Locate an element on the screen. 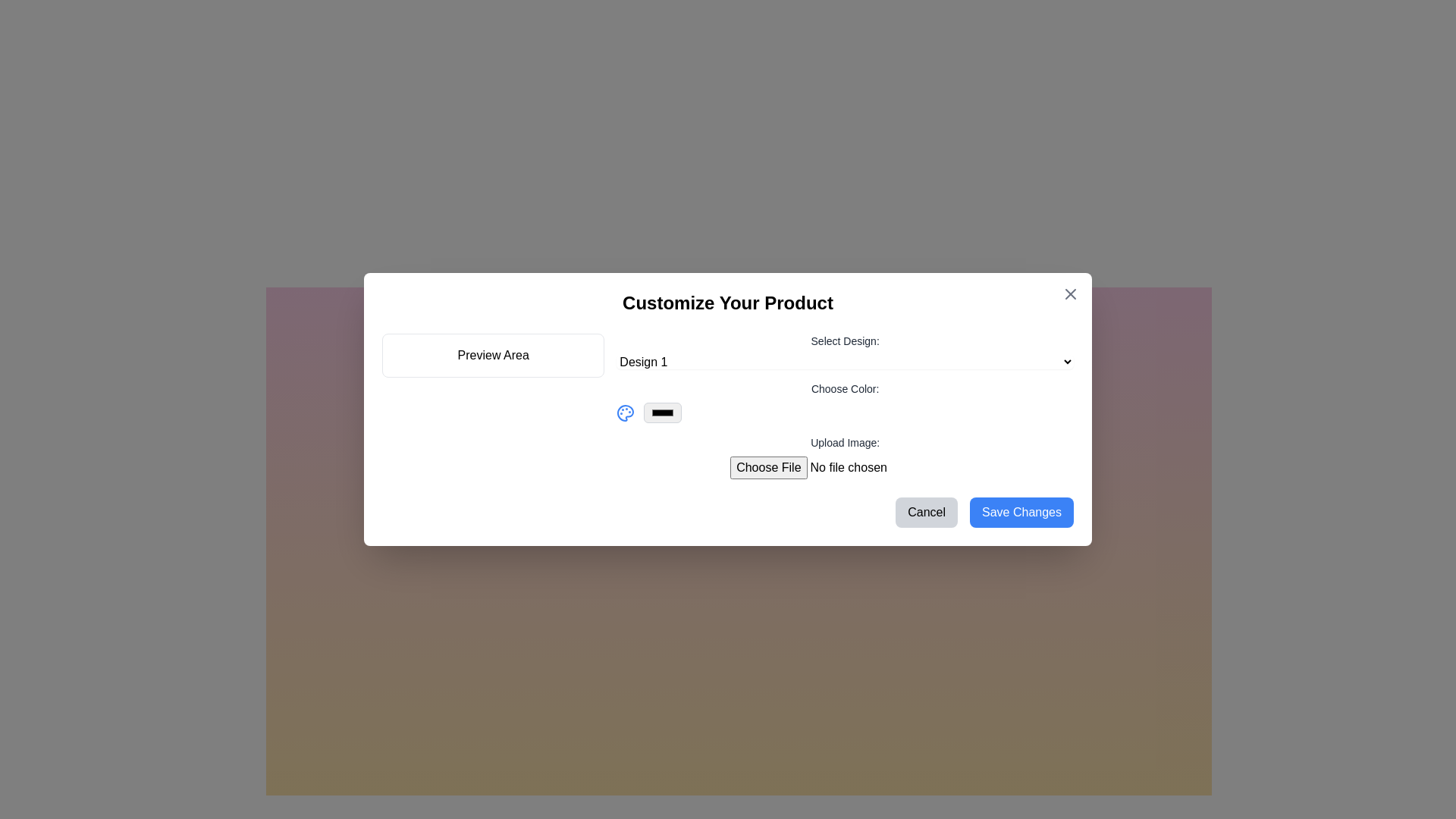  the 'Preview Area' text label, which is located in the top left corner of the modal window with a white background and rounded corners is located at coordinates (493, 356).